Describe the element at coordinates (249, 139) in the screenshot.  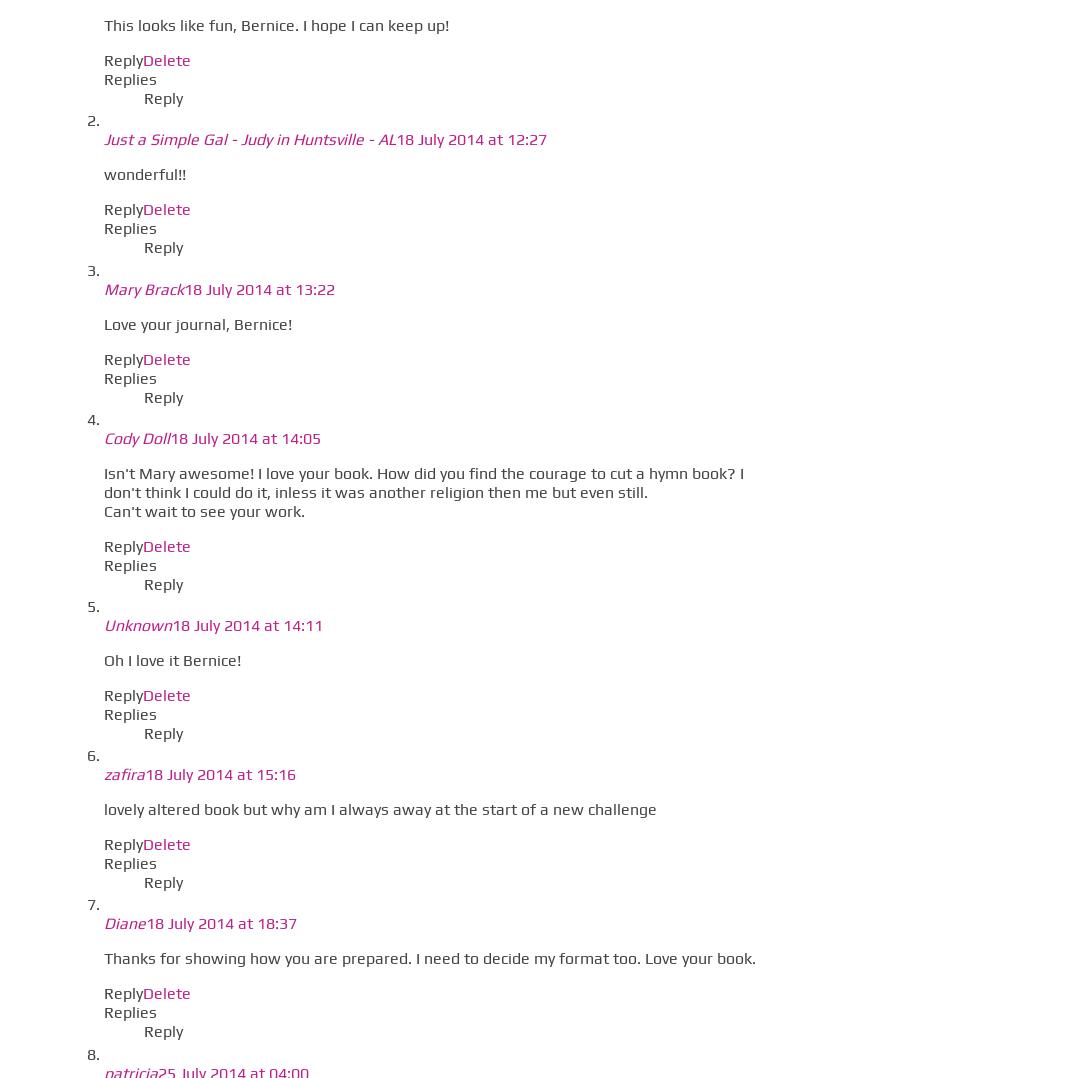
I see `'Just a Simple Gal - Judy in Huntsville - AL'` at that location.